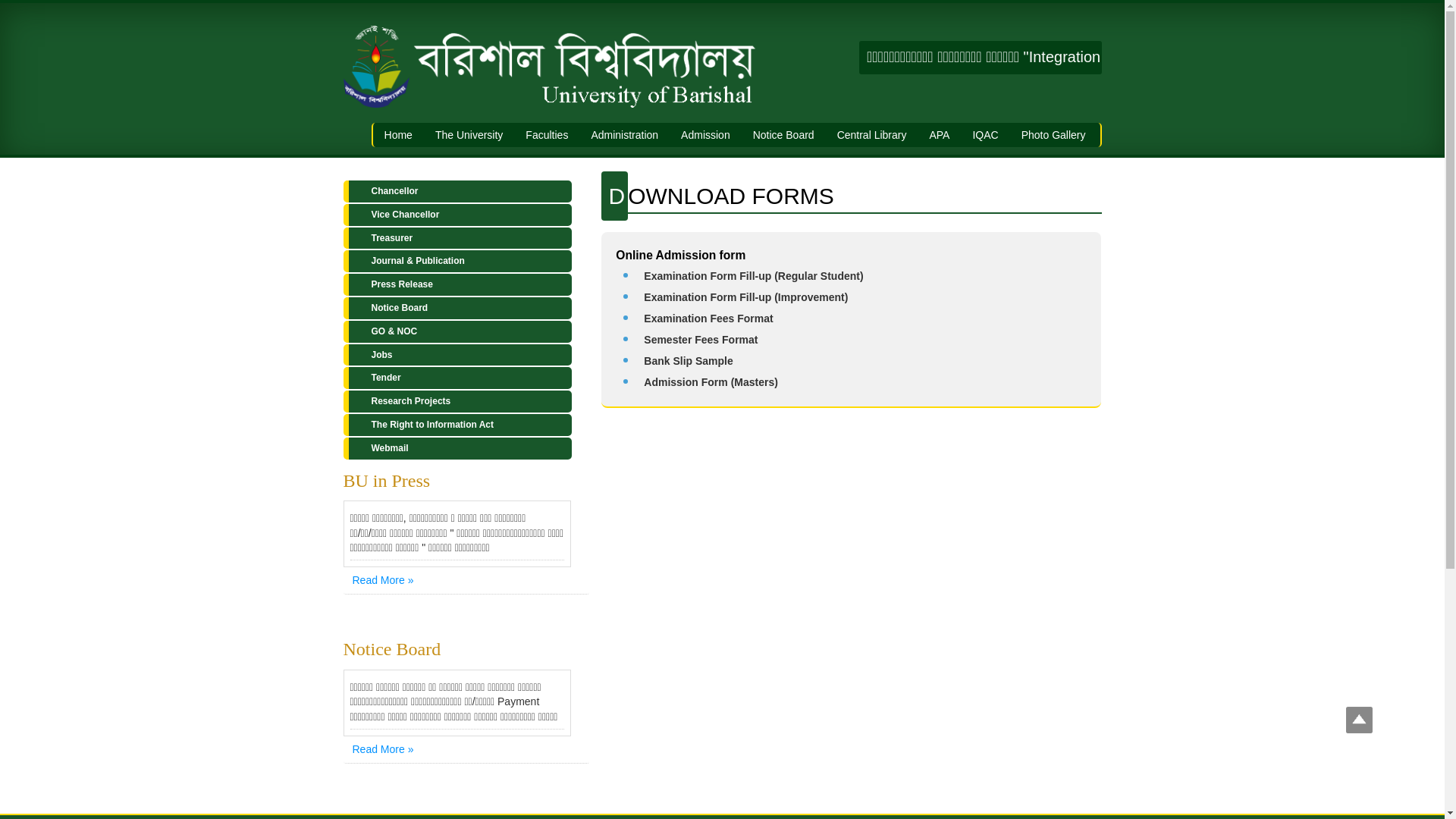 This screenshot has height=819, width=1456. Describe the element at coordinates (745, 297) in the screenshot. I see `'Examination Form Fill-up (Improvement)'` at that location.